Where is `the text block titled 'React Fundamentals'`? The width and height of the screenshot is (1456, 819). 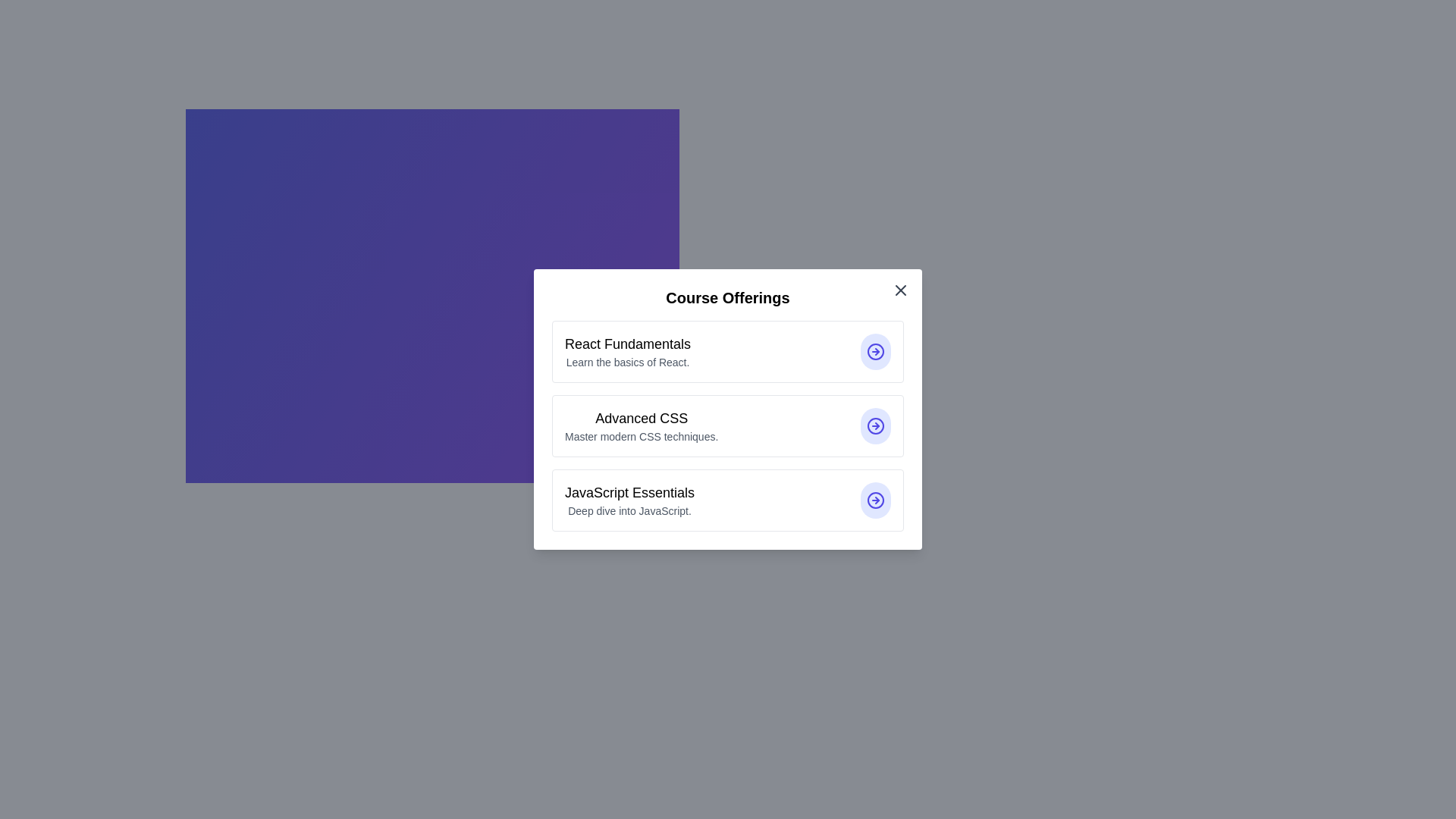 the text block titled 'React Fundamentals' is located at coordinates (628, 351).